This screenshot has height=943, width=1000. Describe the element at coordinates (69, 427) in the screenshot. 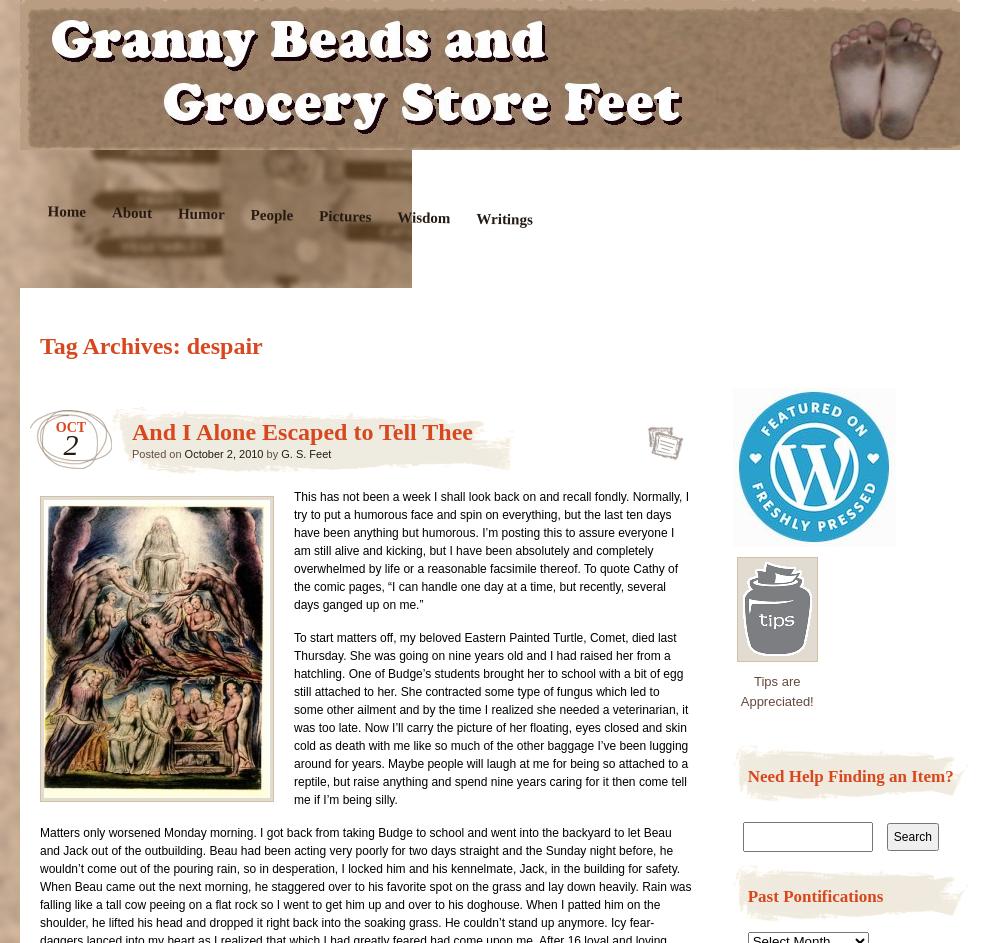

I see `'Oct'` at that location.